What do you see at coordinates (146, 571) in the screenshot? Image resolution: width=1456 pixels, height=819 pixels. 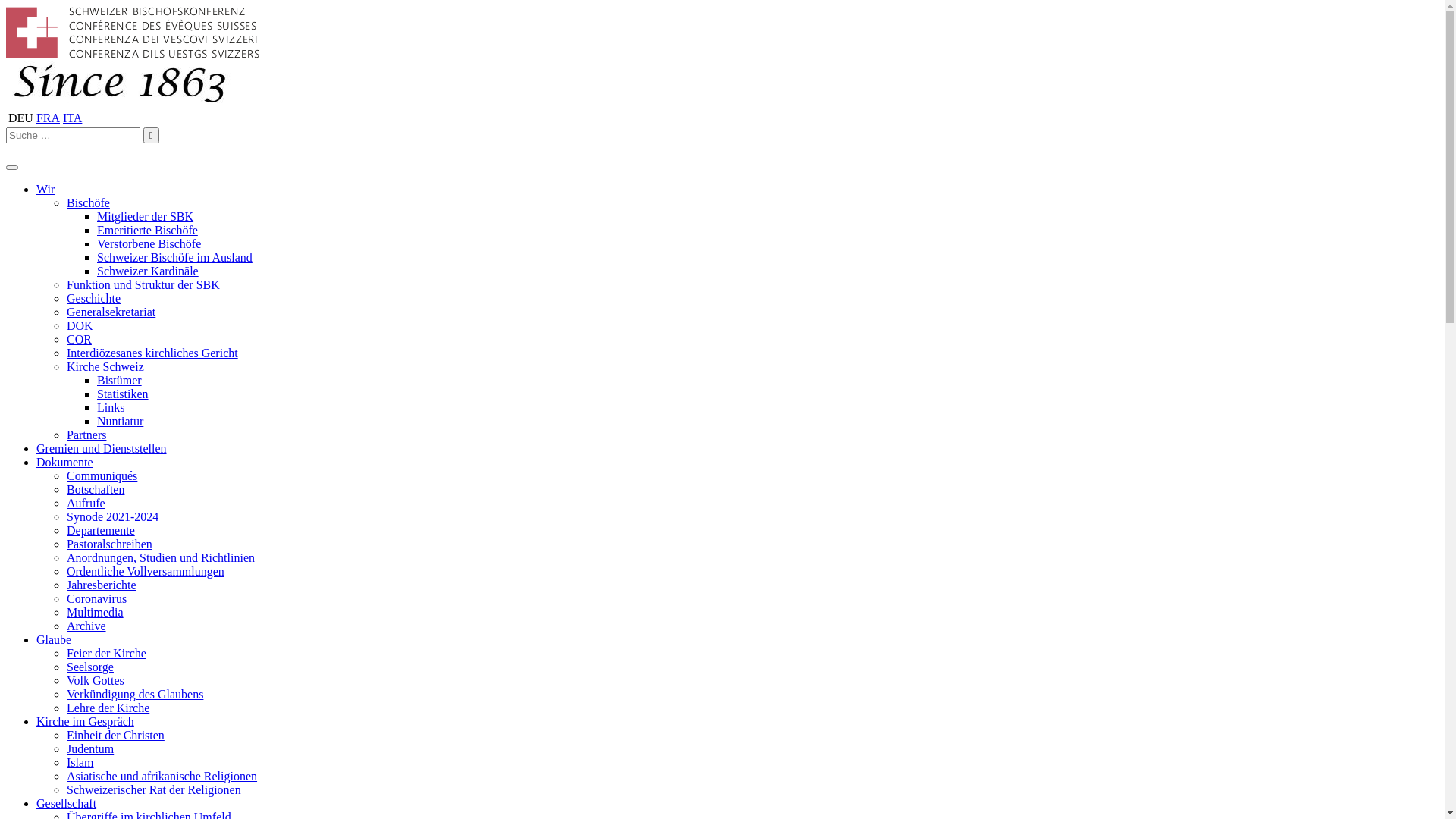 I see `'Ordentliche Vollversammlungen'` at bounding box center [146, 571].